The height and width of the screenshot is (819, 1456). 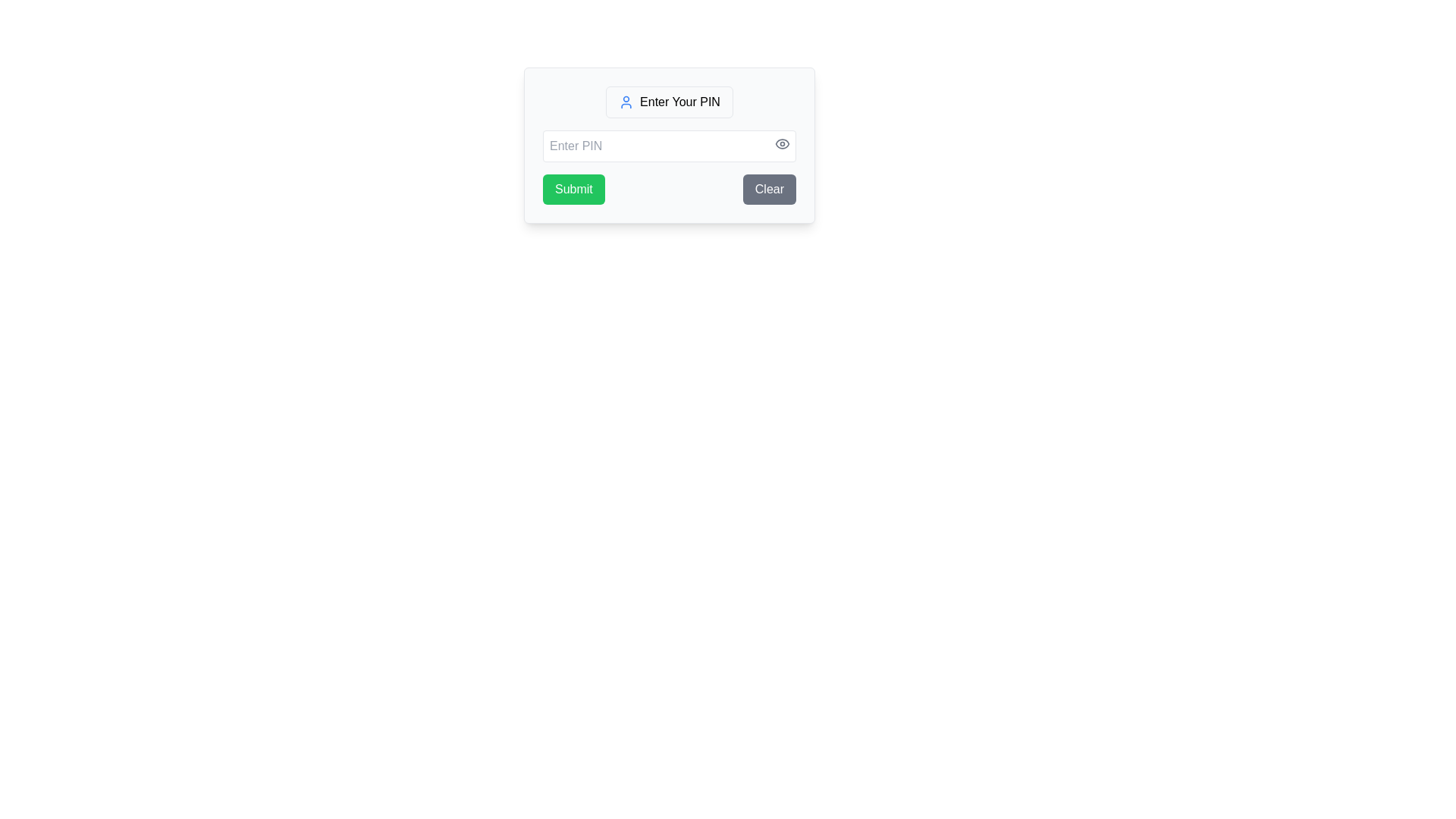 What do you see at coordinates (679, 102) in the screenshot?
I see `the text label displaying 'Enter Your PIN', which is located to the right of a user icon in the top-center of the interface` at bounding box center [679, 102].